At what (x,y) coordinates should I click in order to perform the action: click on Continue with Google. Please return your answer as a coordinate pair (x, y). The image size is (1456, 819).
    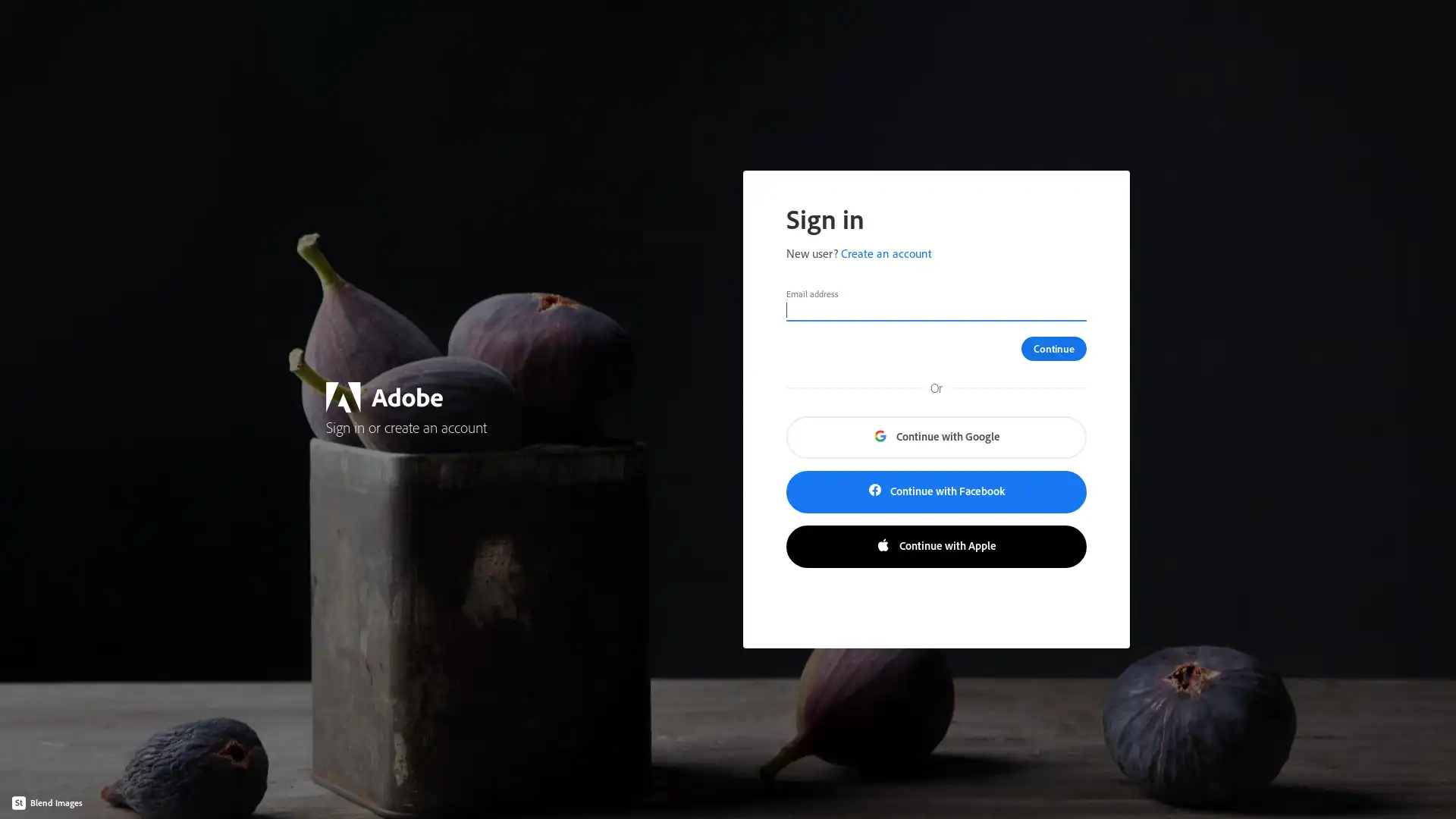
    Looking at the image, I should click on (935, 438).